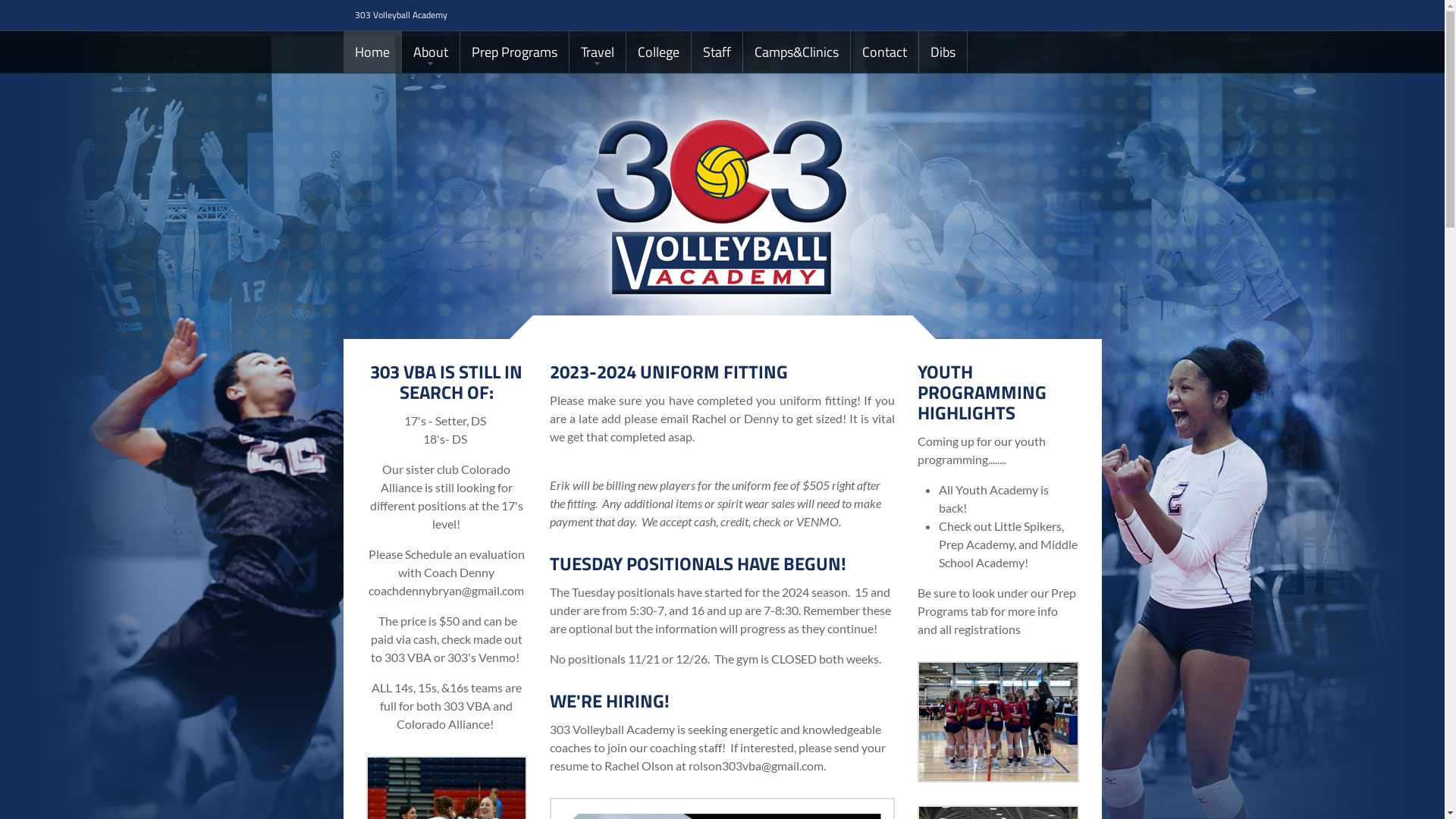  What do you see at coordinates (884, 51) in the screenshot?
I see `'Contact'` at bounding box center [884, 51].